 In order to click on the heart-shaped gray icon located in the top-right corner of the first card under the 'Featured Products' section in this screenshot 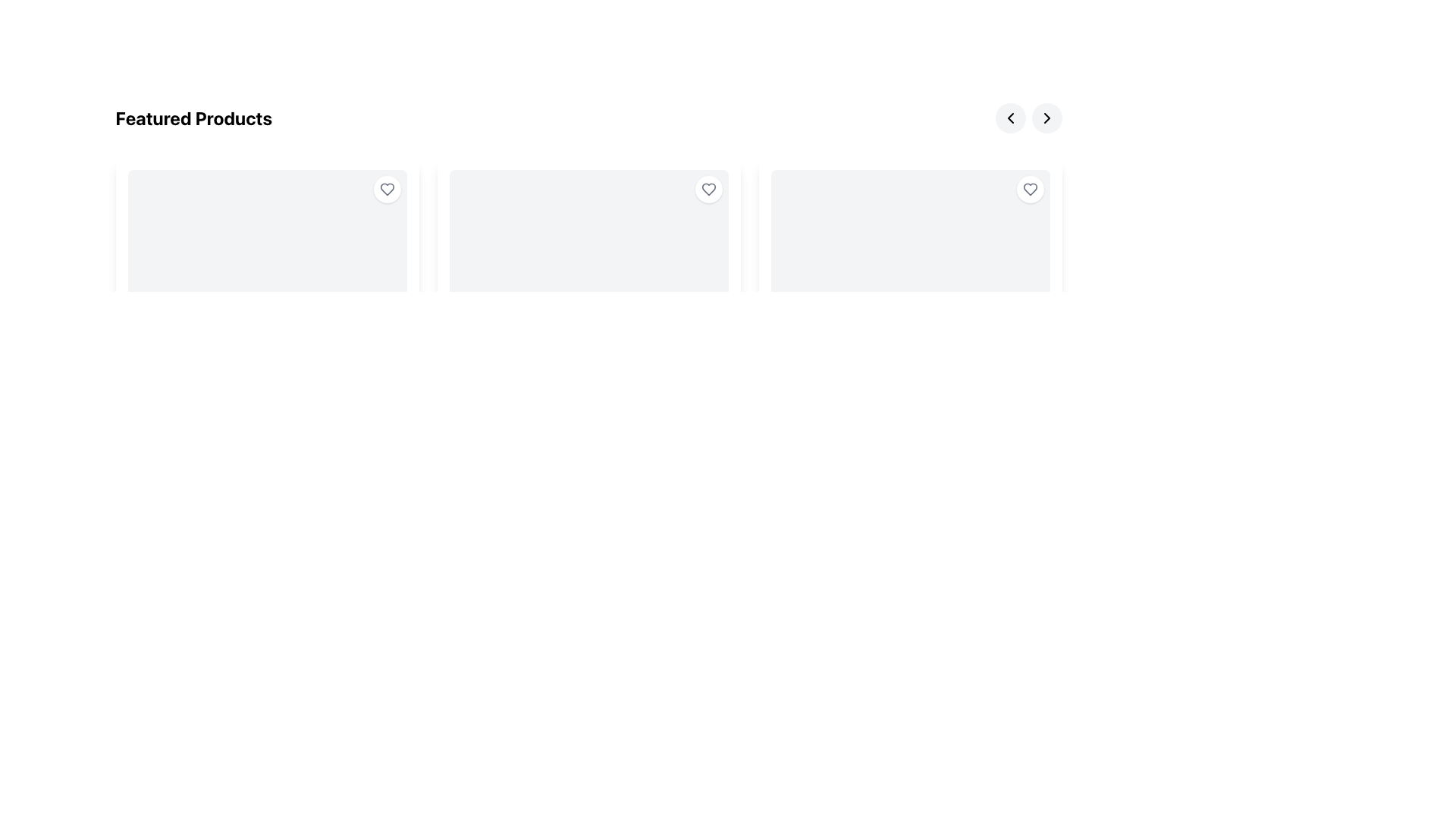, I will do `click(387, 189)`.